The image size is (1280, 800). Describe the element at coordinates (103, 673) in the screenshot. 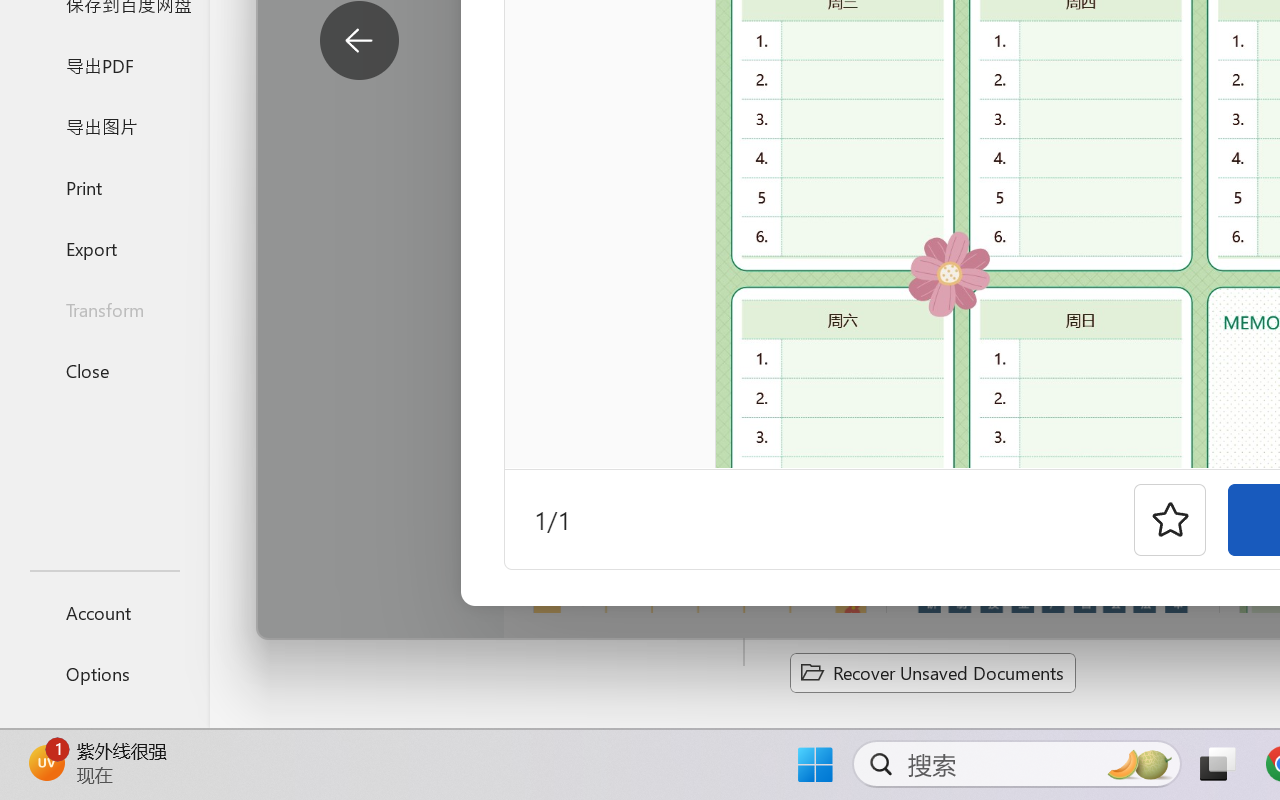

I see `'Options'` at that location.